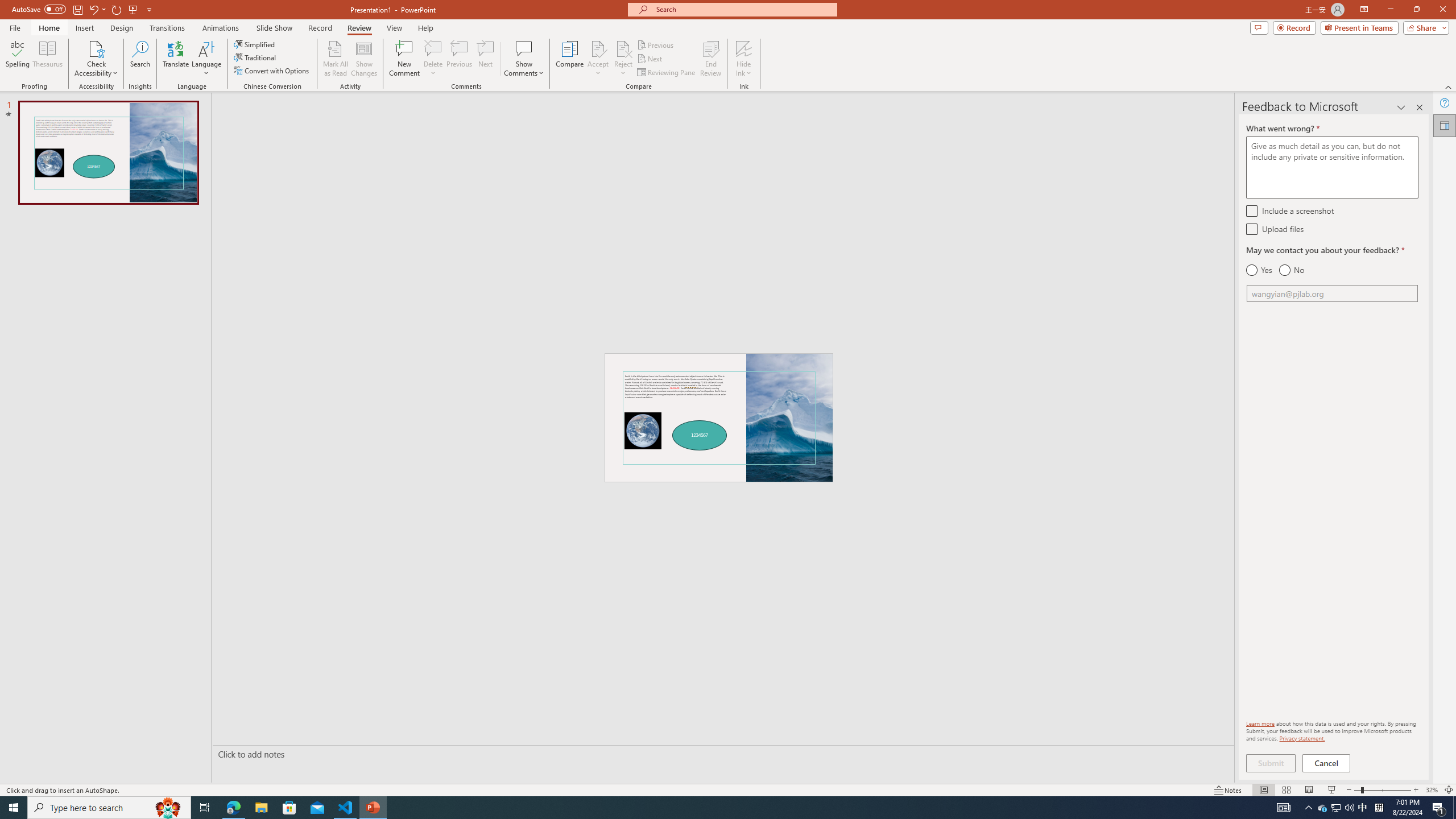 The width and height of the screenshot is (1456, 819). Describe the element at coordinates (1260, 723) in the screenshot. I see `'Learn more'` at that location.